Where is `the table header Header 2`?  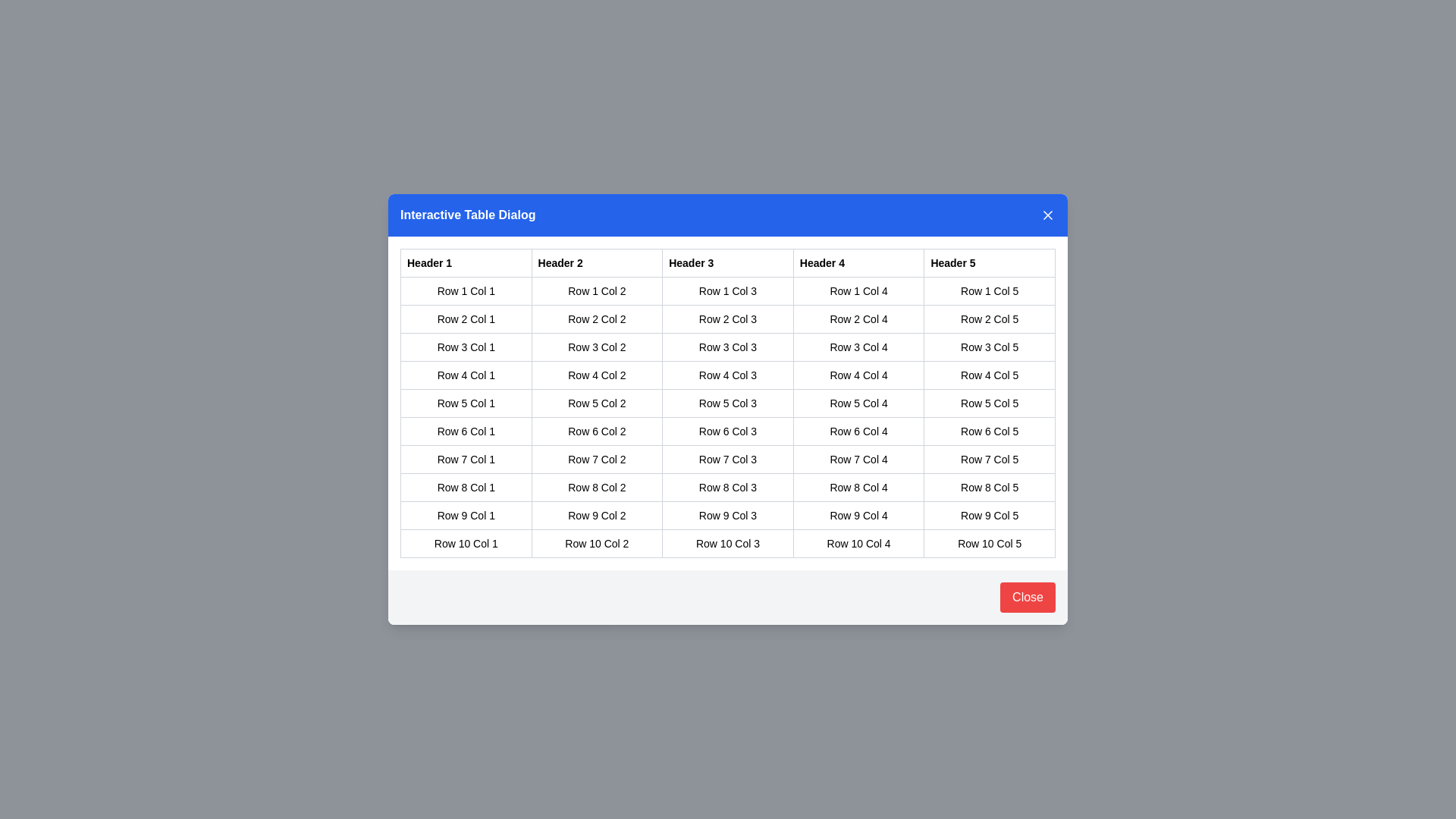 the table header Header 2 is located at coordinates (596, 262).